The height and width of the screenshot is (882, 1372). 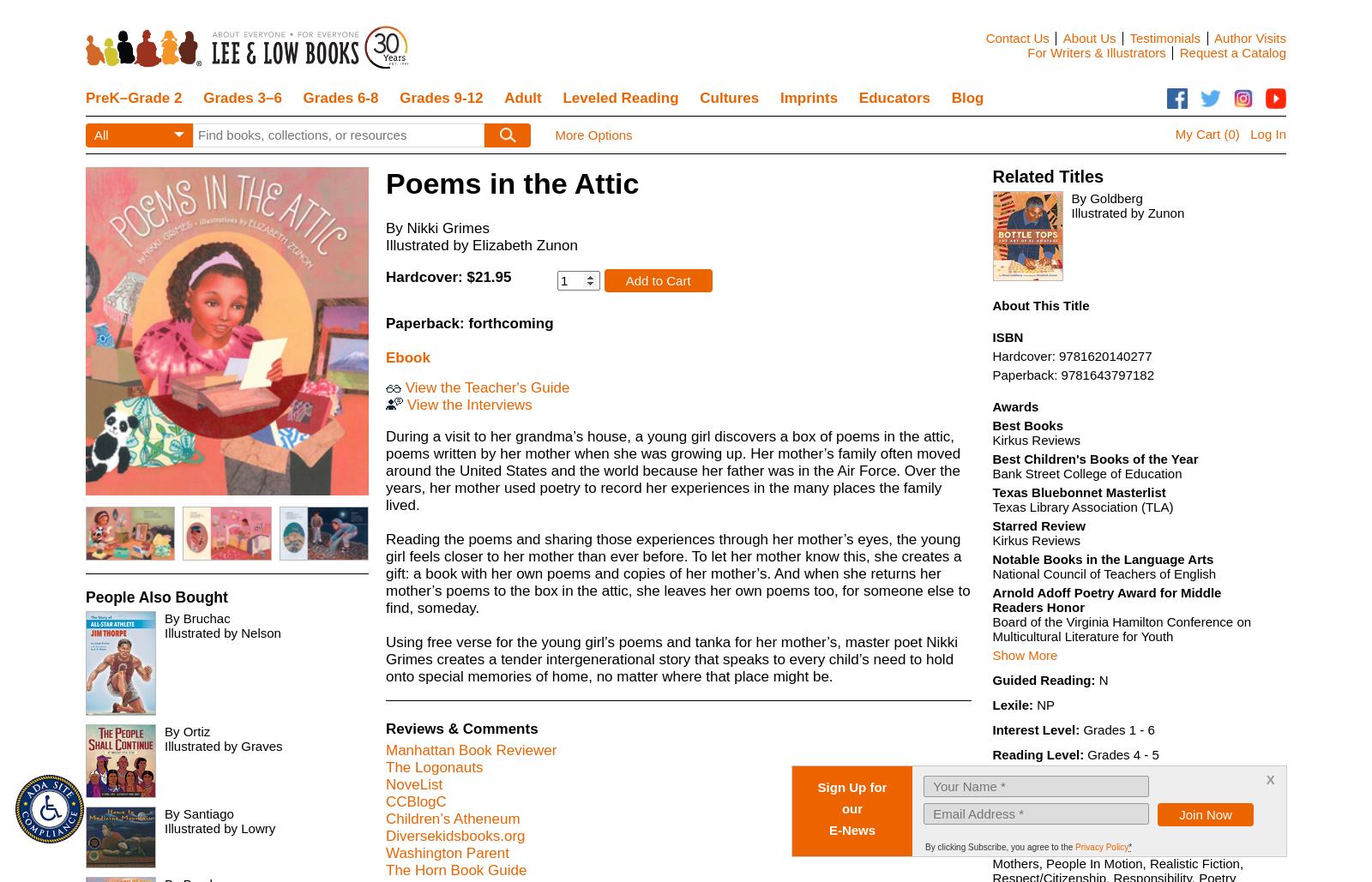 I want to click on 'X', so click(x=465, y=135).